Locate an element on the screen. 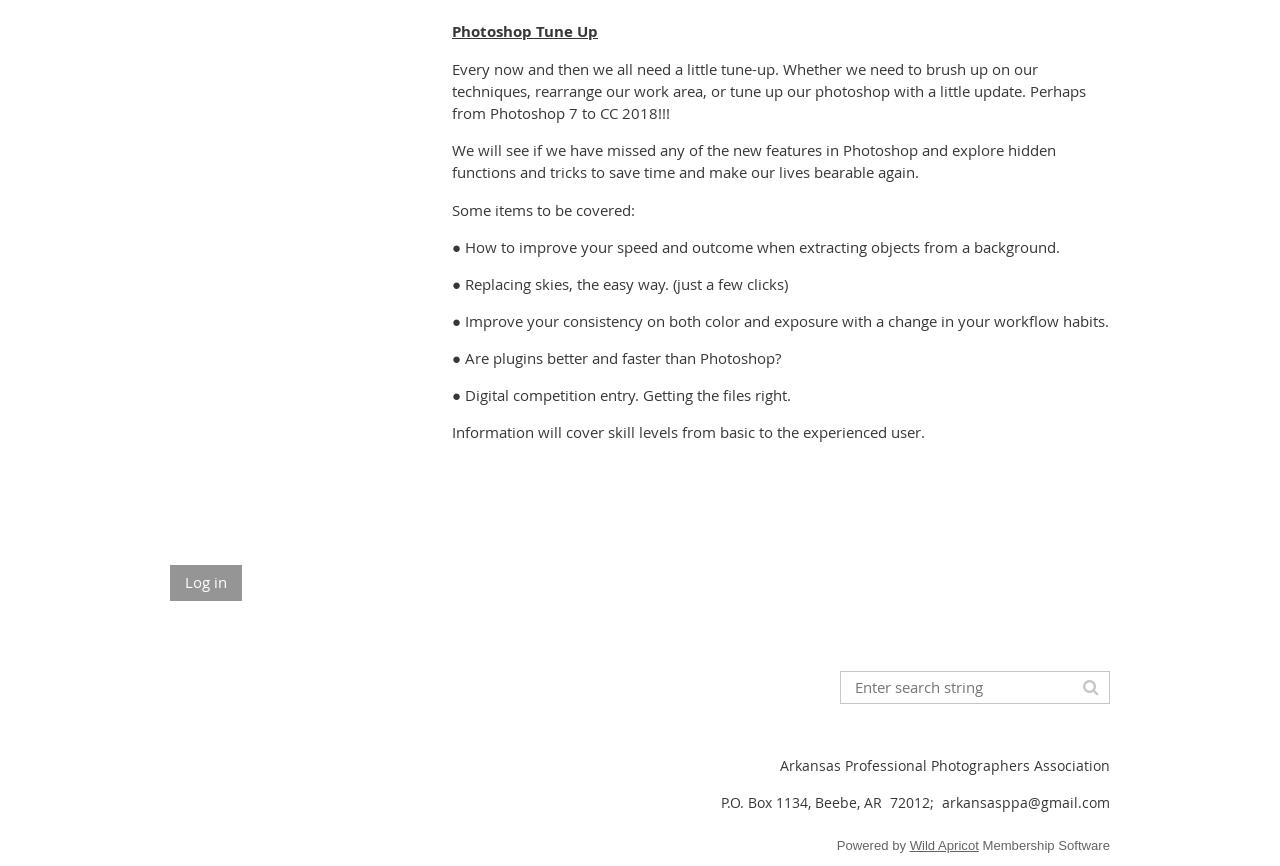 This screenshot has width=1280, height=866. 'We will see if we have missed any of the new features in Photoshop and explore hidden functions and tricks to save time and make our lives bearable again.' is located at coordinates (753, 160).